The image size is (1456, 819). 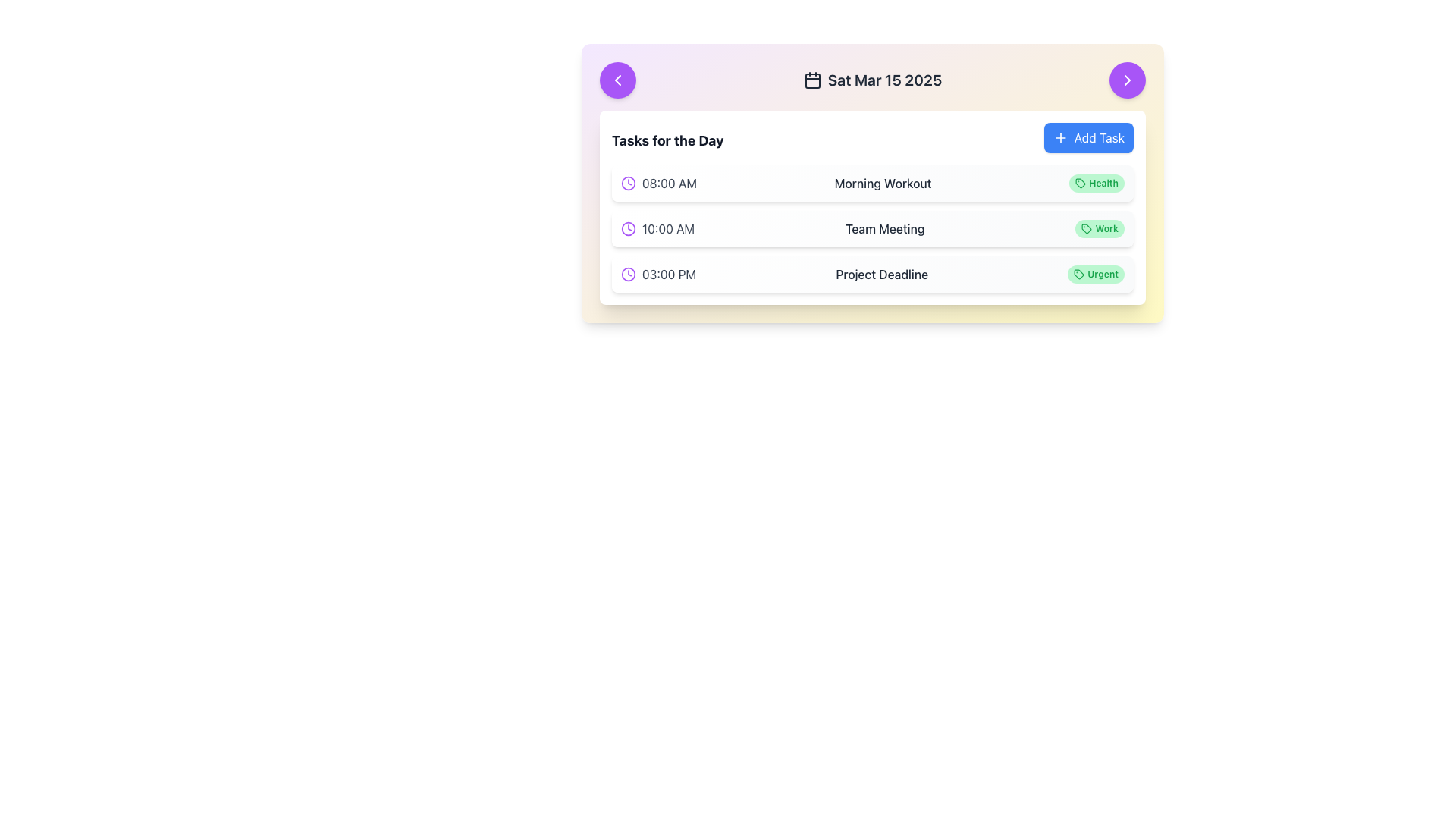 What do you see at coordinates (1078, 275) in the screenshot?
I see `the icon representing the category or label located in the 'Tasks for the Day' interface, rightward from the text 'Urgent,' corresponding to the third item's label in the task list` at bounding box center [1078, 275].